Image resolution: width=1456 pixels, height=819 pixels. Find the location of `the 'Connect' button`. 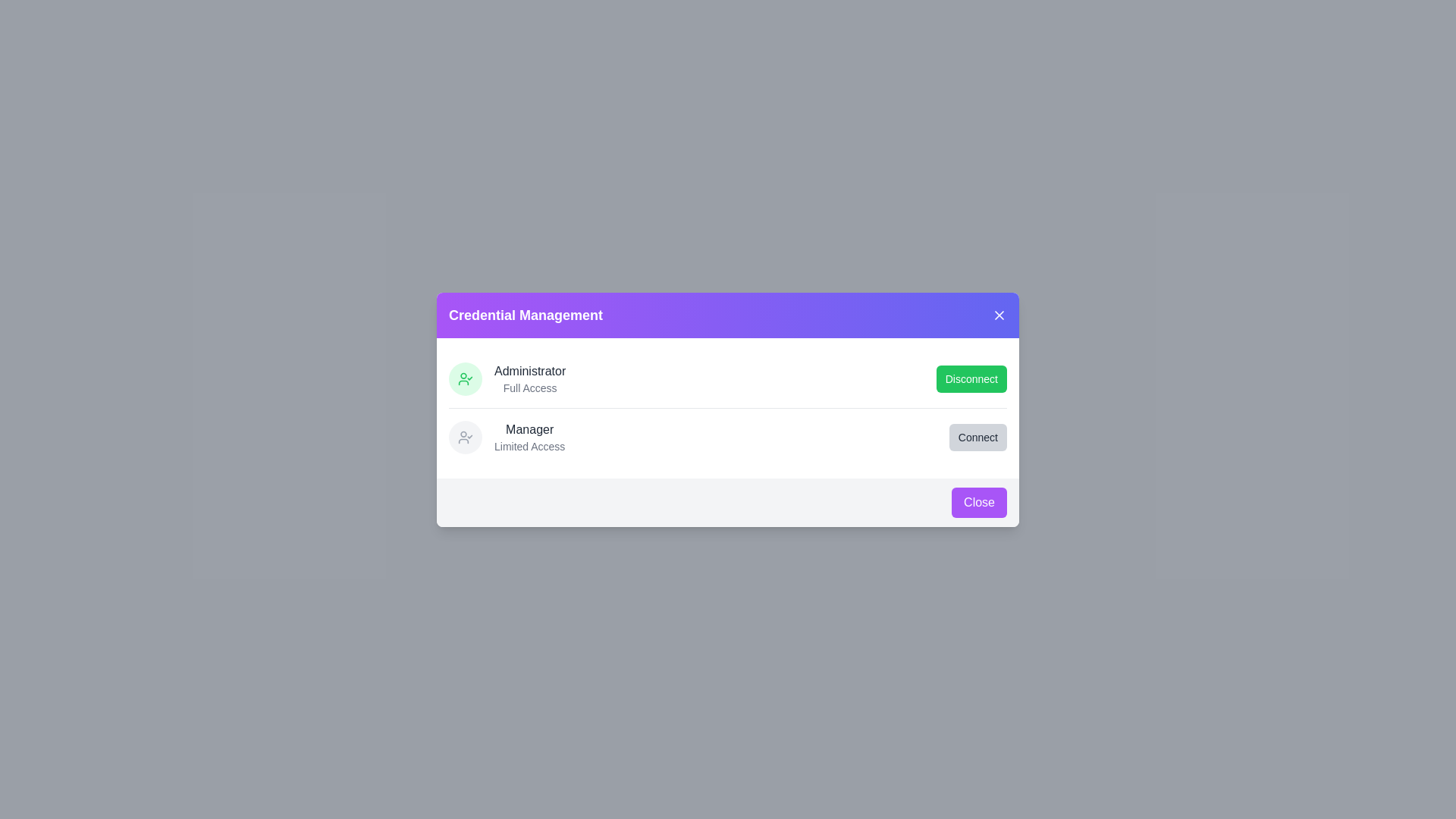

the 'Connect' button is located at coordinates (977, 437).